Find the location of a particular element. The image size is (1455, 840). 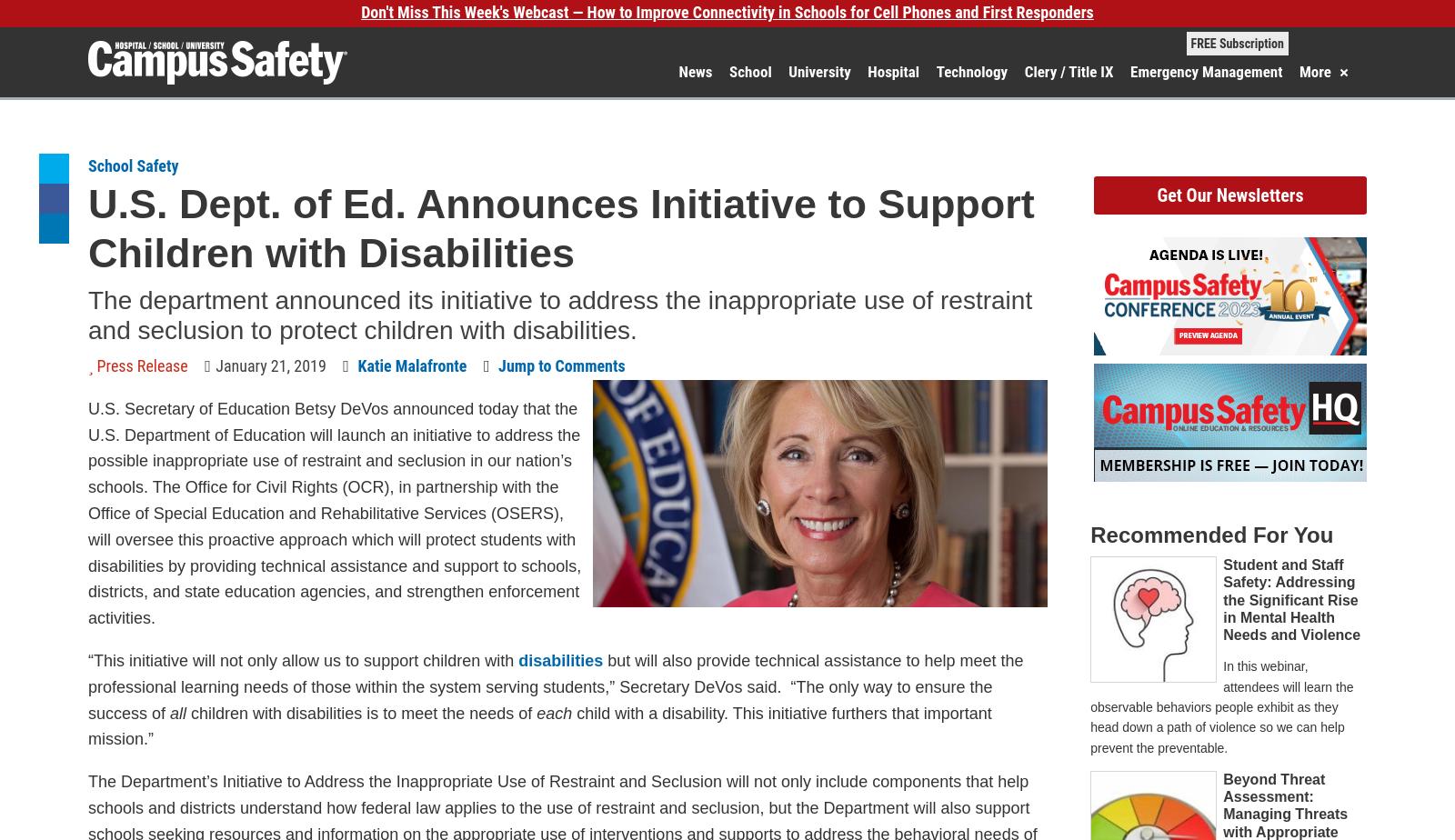

'U.S. Dept. of Ed. Announces Initiative to Support Children with Disabilities' is located at coordinates (560, 227).